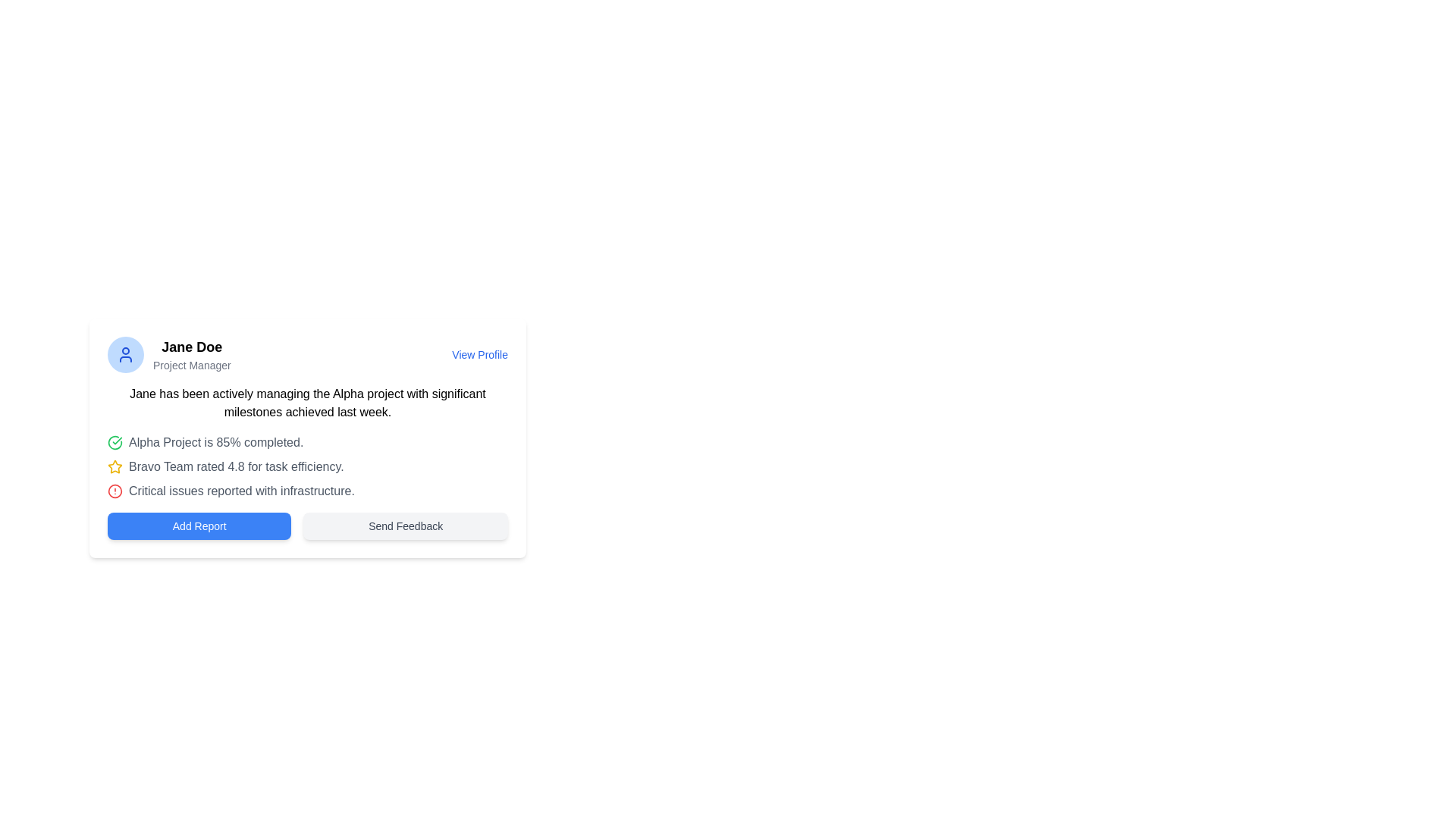  Describe the element at coordinates (235, 466) in the screenshot. I see `the text label that conveys the performance rating of 'Bravo Team', positioned below 'Alpha Project is 85% completed.' and above 'Critical issues reported with infrastructure.'` at that location.